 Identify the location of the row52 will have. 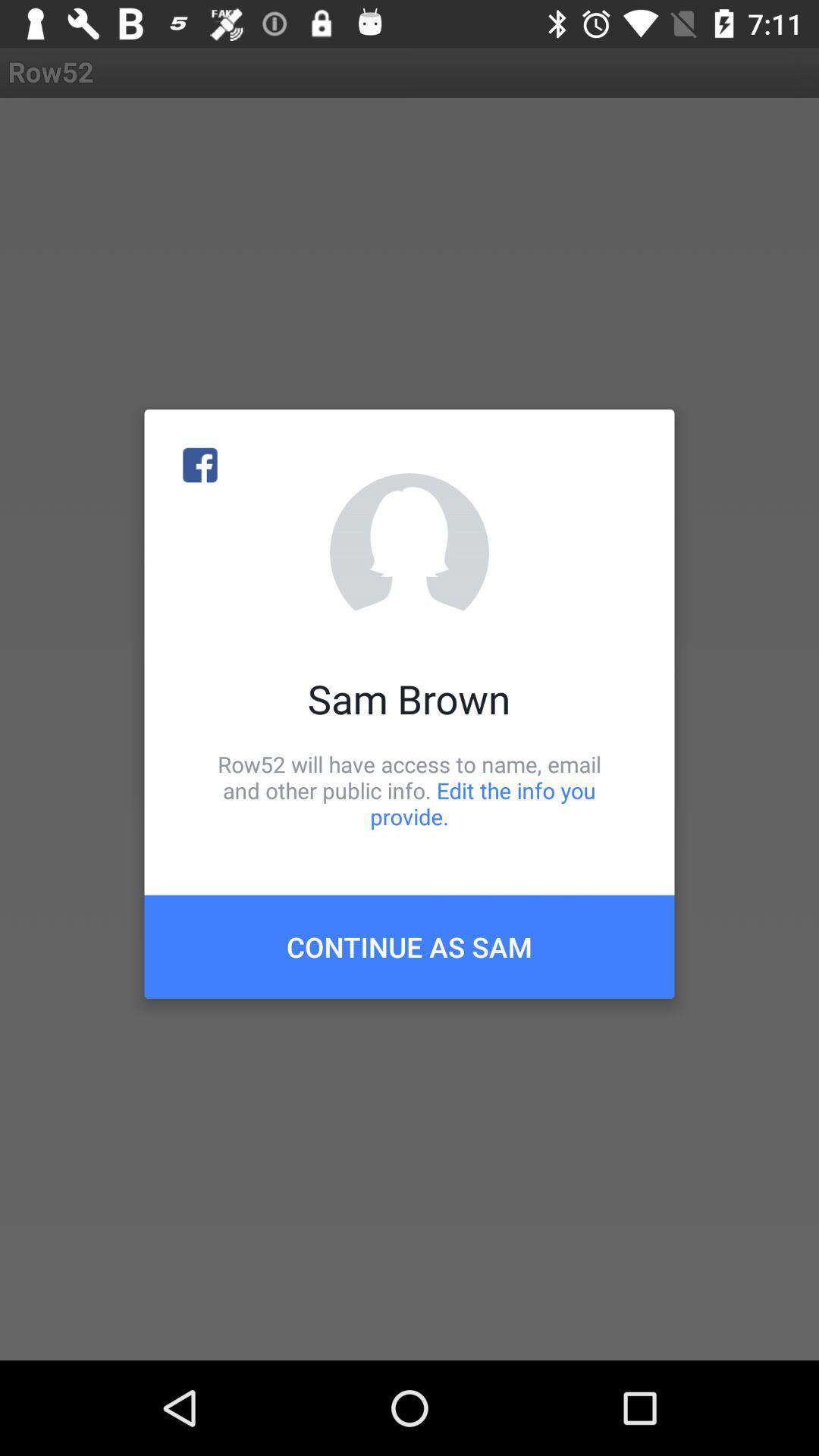
(409, 789).